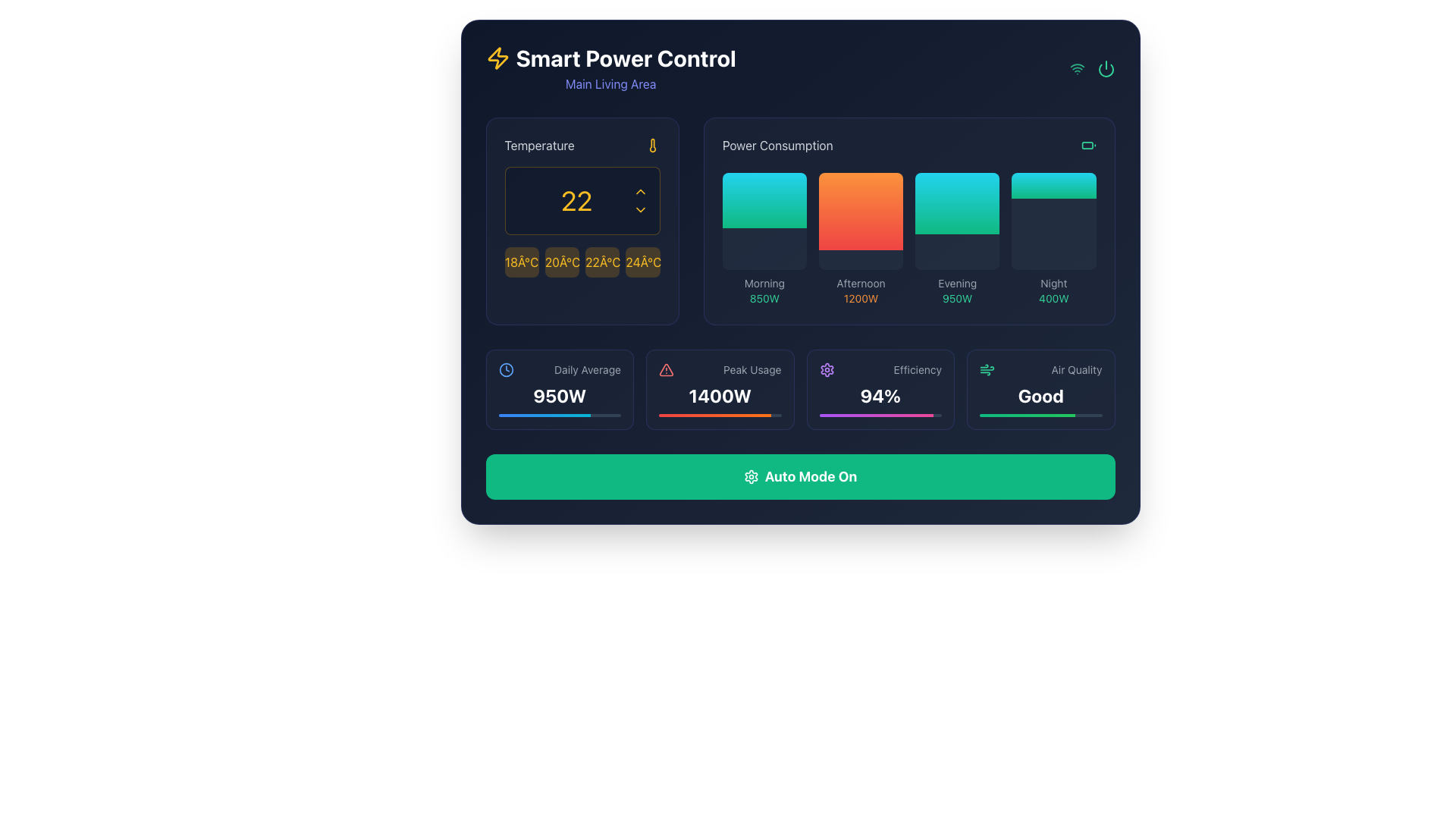 The width and height of the screenshot is (1456, 819). Describe the element at coordinates (880, 415) in the screenshot. I see `the Progress bar representing the 'Efficiency' metric located at the bottom of its section` at that location.